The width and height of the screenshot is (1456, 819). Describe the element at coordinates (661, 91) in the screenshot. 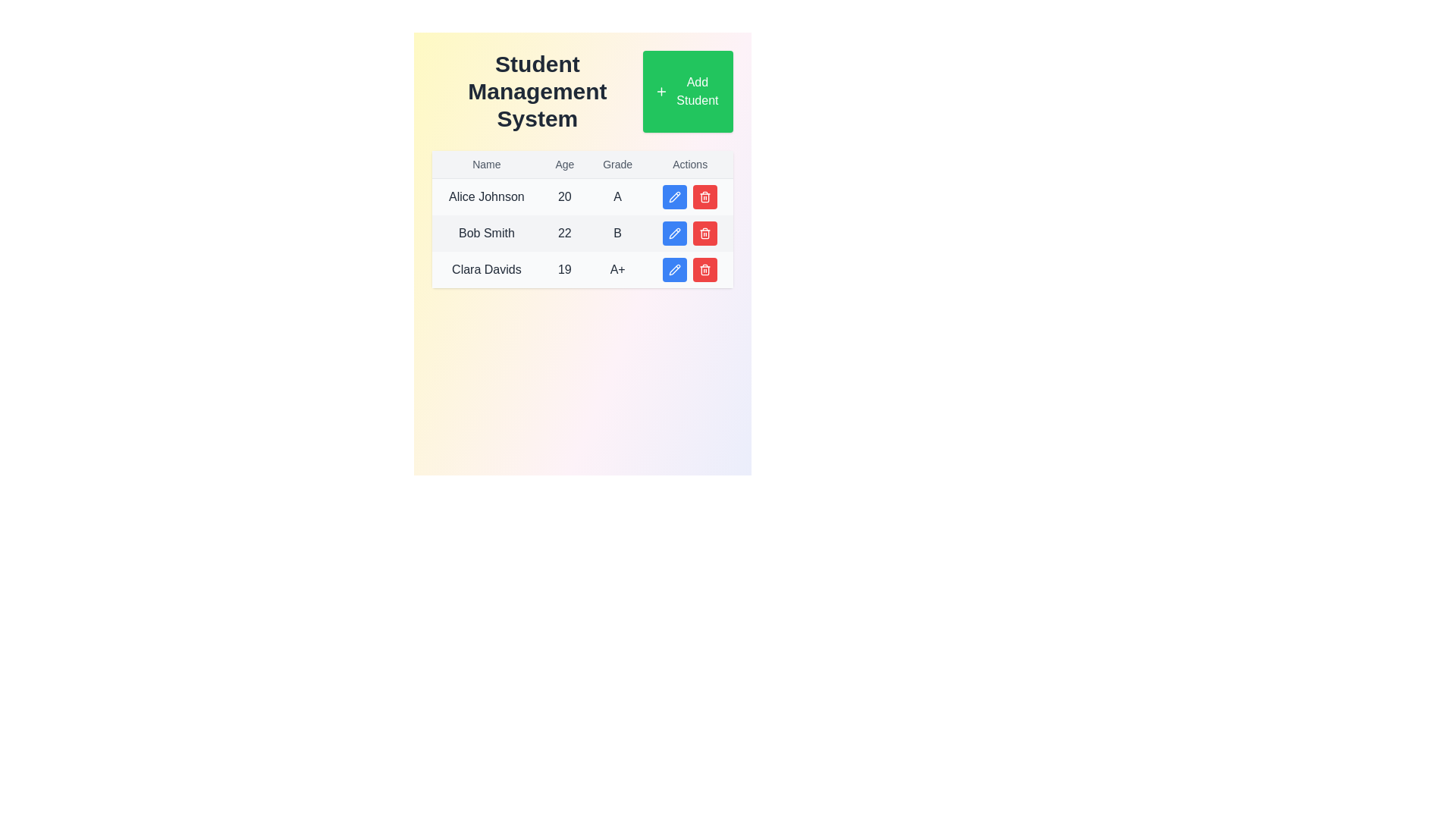

I see `the icon embedded in the green 'Add Student' button located at the top-right of the layout, which visually indicates the functionality to add a new student` at that location.